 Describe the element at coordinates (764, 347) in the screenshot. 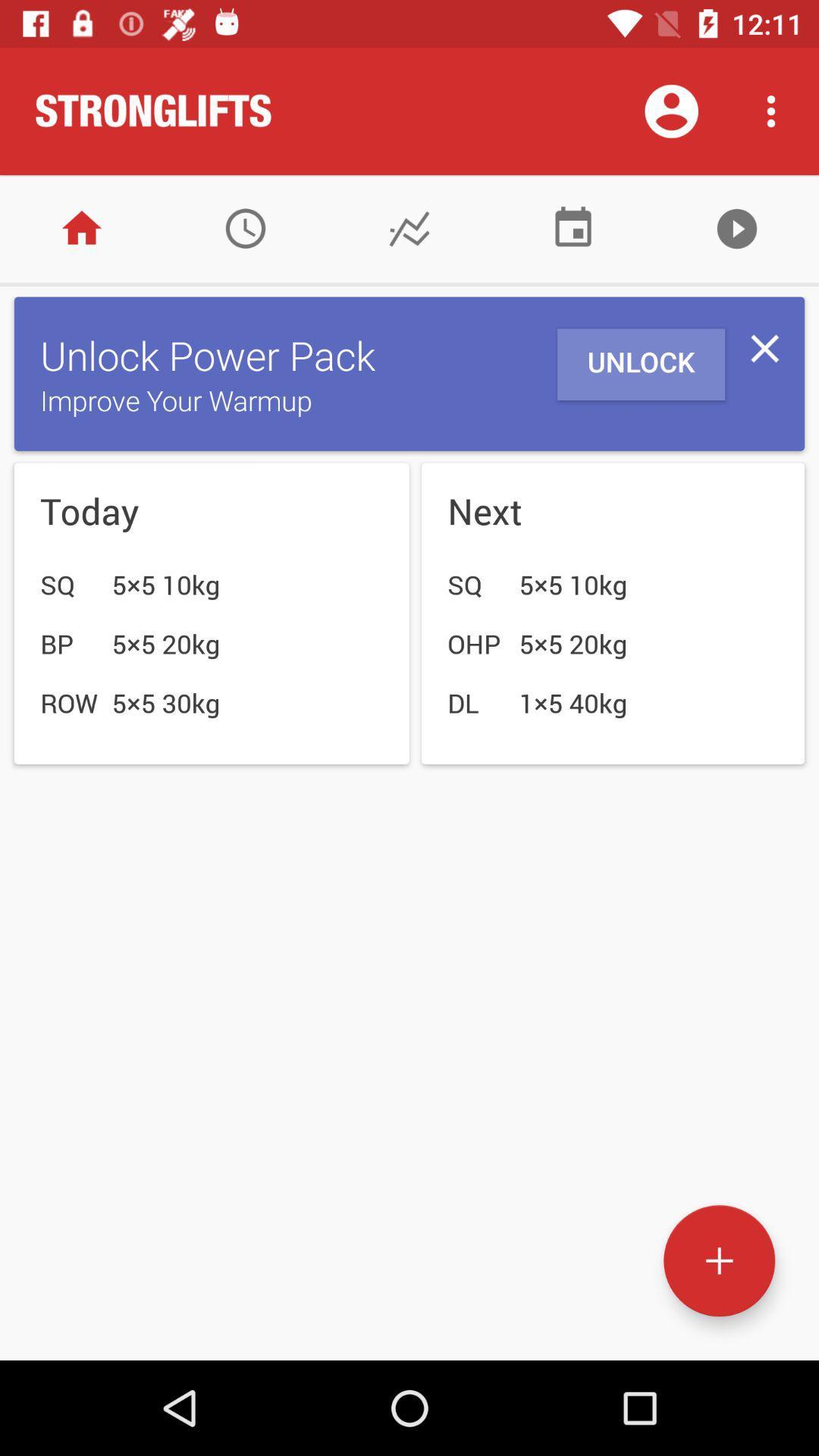

I see `power pack information panel` at that location.